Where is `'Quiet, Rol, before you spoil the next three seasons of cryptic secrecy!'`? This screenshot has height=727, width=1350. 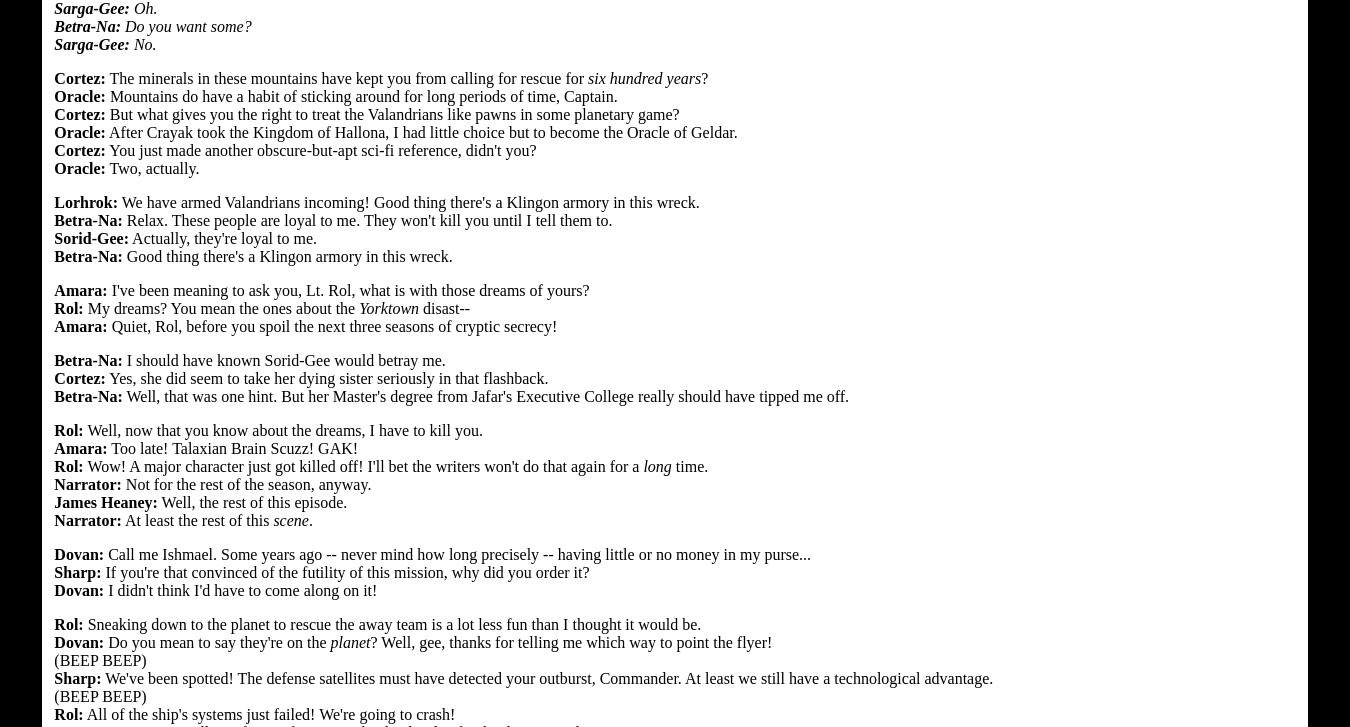 'Quiet, Rol, before you spoil the next three seasons of cryptic secrecy!' is located at coordinates (330, 325).